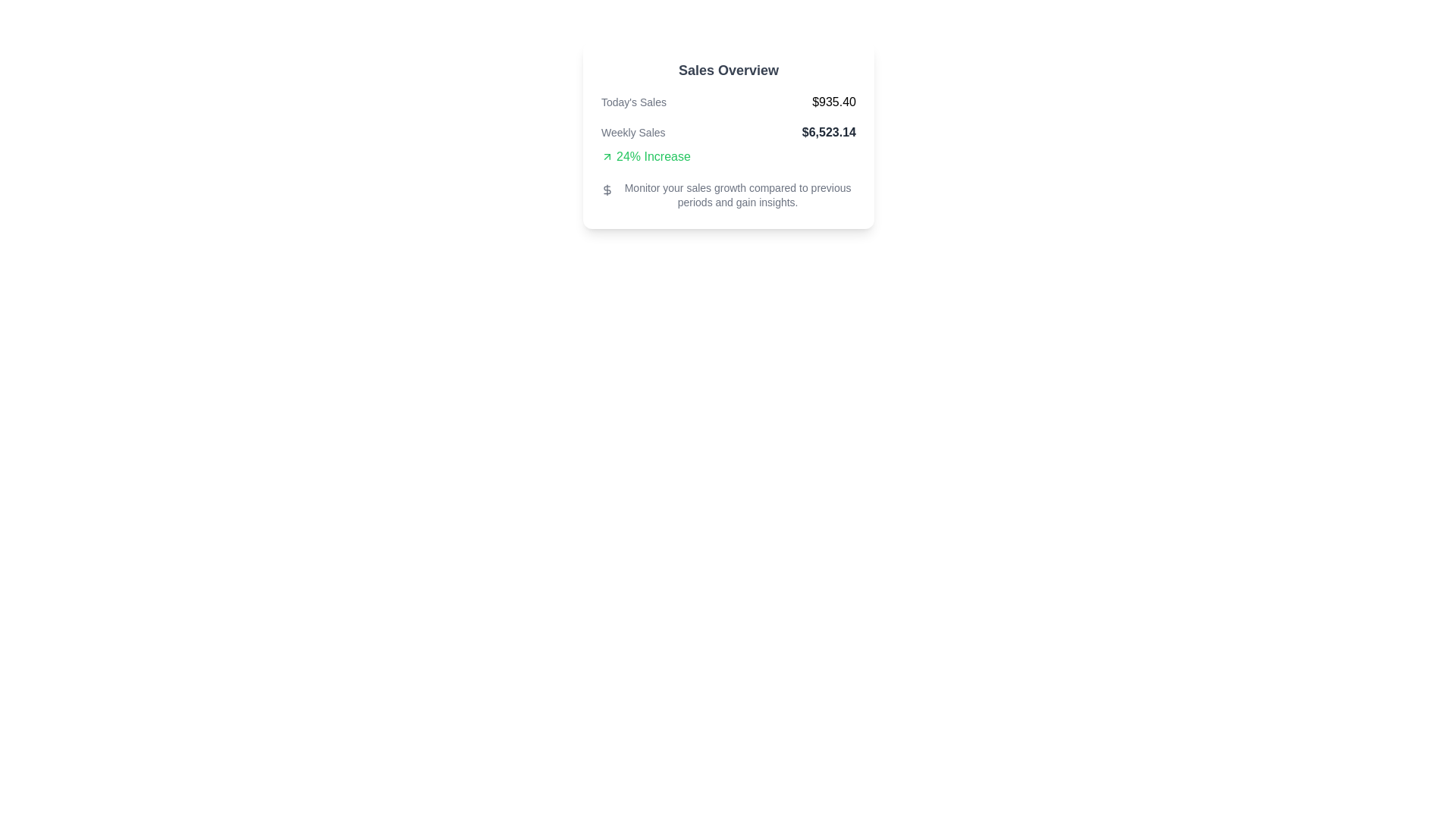 Image resolution: width=1456 pixels, height=819 pixels. Describe the element at coordinates (633, 102) in the screenshot. I see `the static text label at the beginning of the 'Sales Overview' card, which describes the financial data being displayed` at that location.